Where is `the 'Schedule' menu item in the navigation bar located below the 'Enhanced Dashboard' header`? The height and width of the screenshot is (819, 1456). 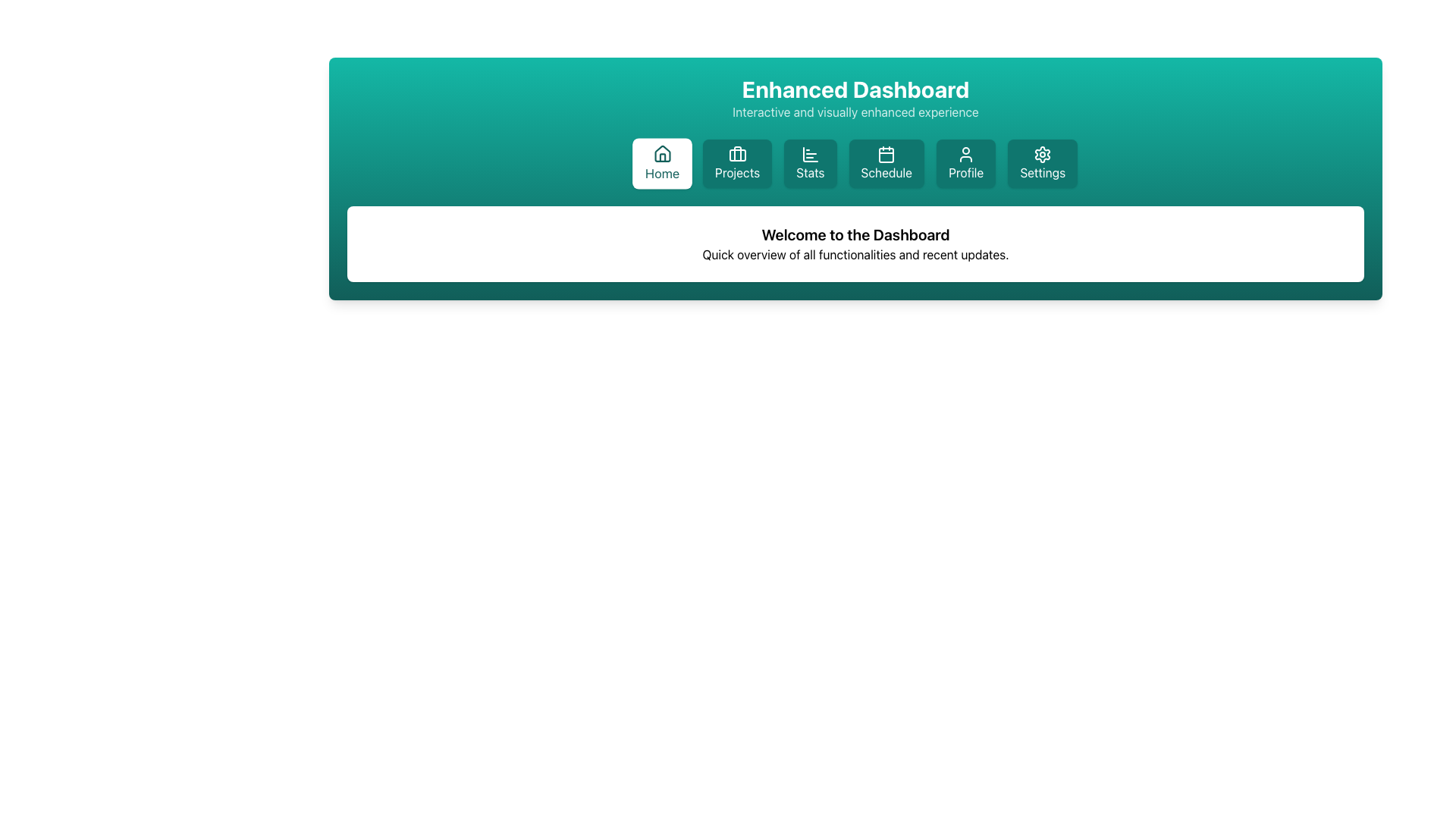 the 'Schedule' menu item in the navigation bar located below the 'Enhanced Dashboard' header is located at coordinates (855, 164).